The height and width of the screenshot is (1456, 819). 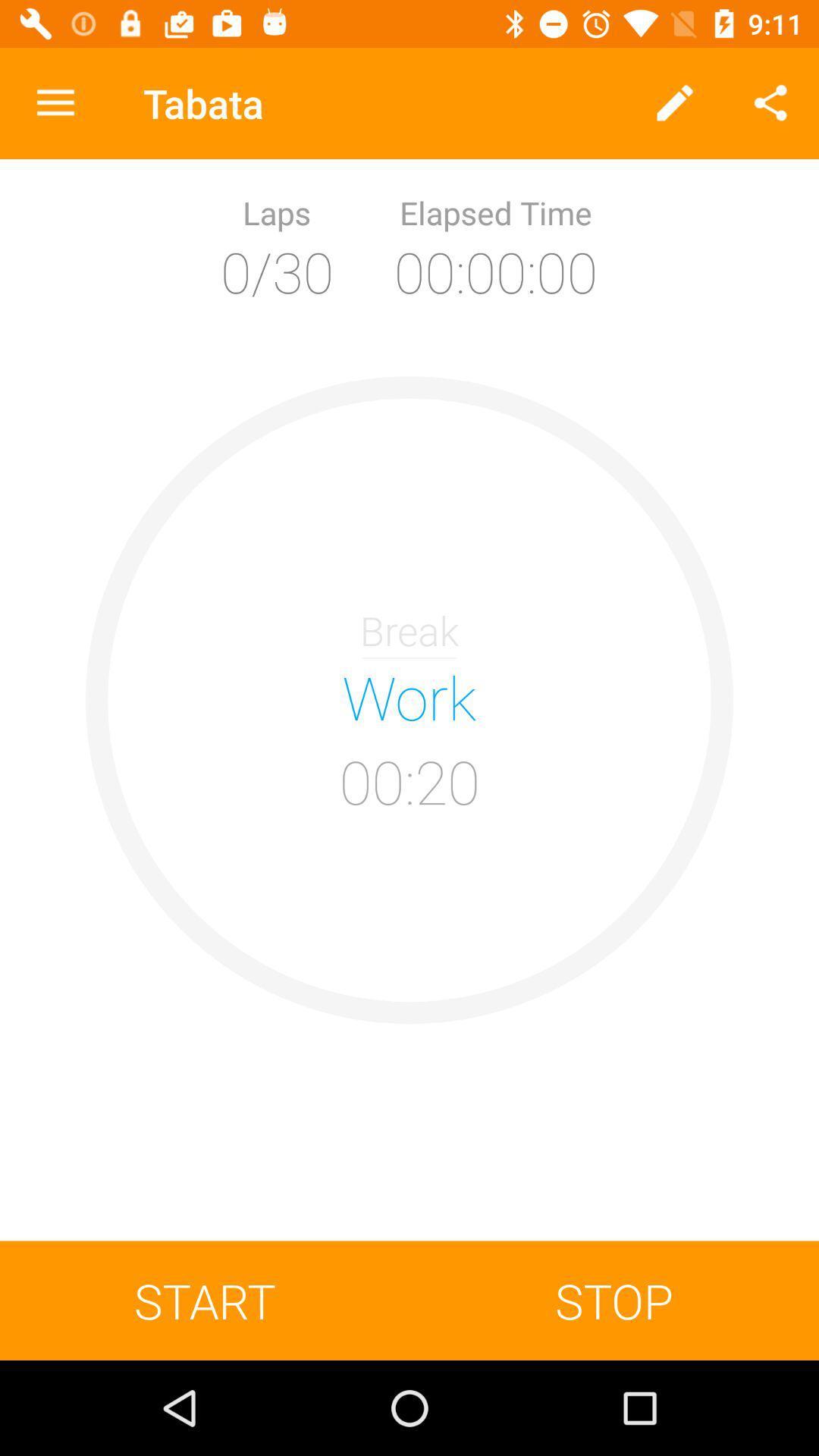 What do you see at coordinates (614, 1300) in the screenshot?
I see `stop` at bounding box center [614, 1300].